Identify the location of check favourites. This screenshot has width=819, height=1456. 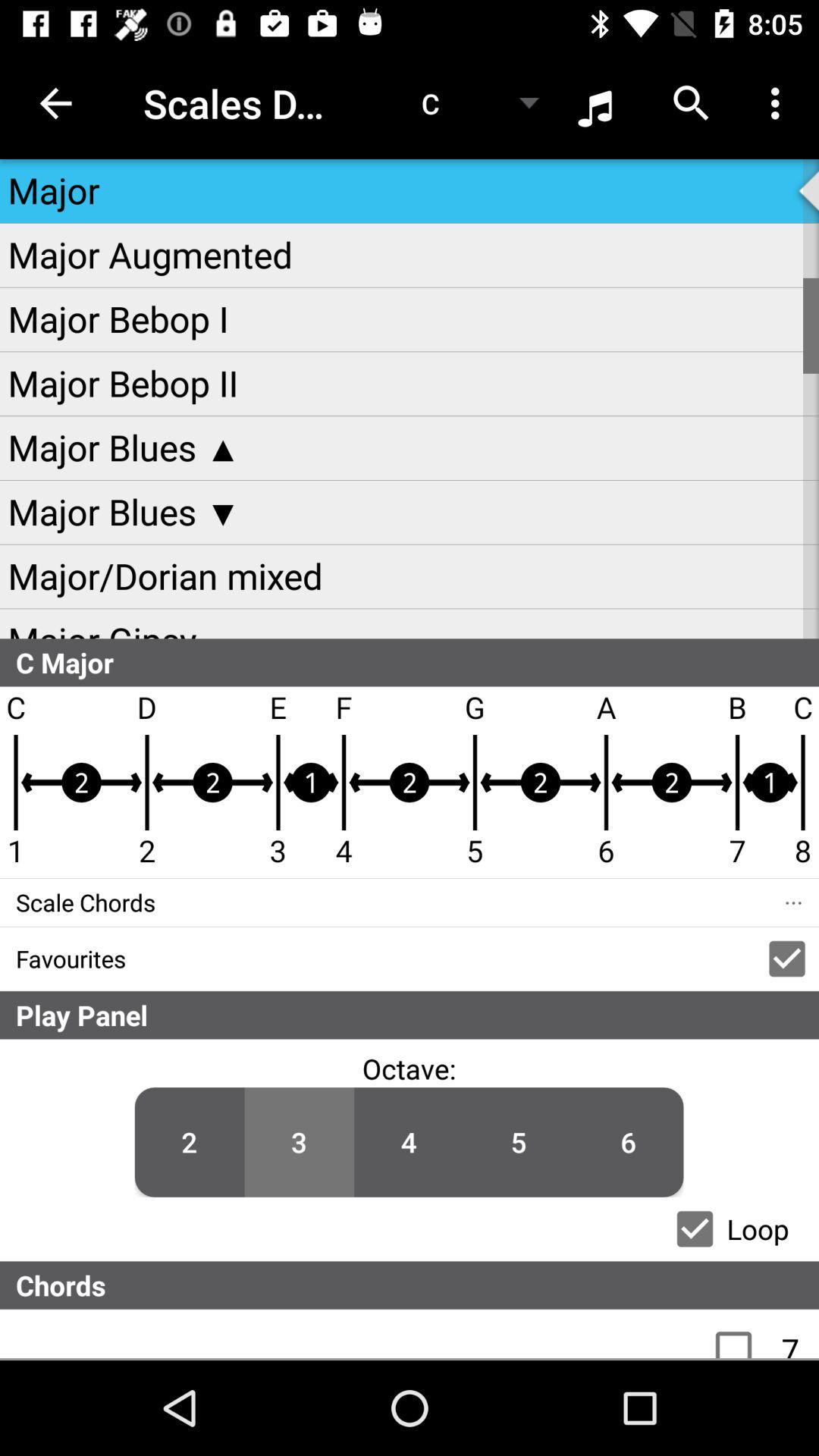
(786, 958).